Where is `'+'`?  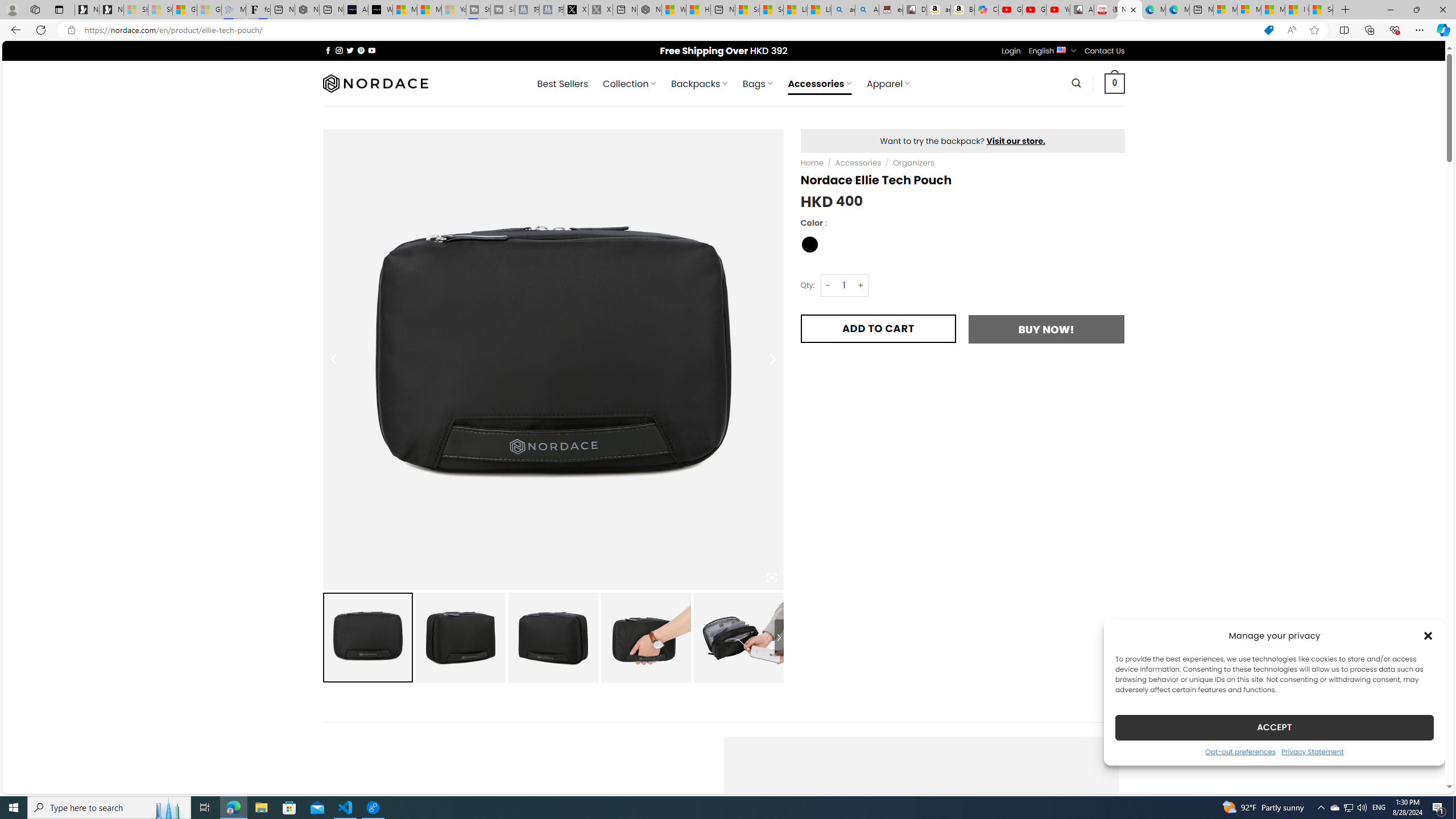 '+' is located at coordinates (861, 285).